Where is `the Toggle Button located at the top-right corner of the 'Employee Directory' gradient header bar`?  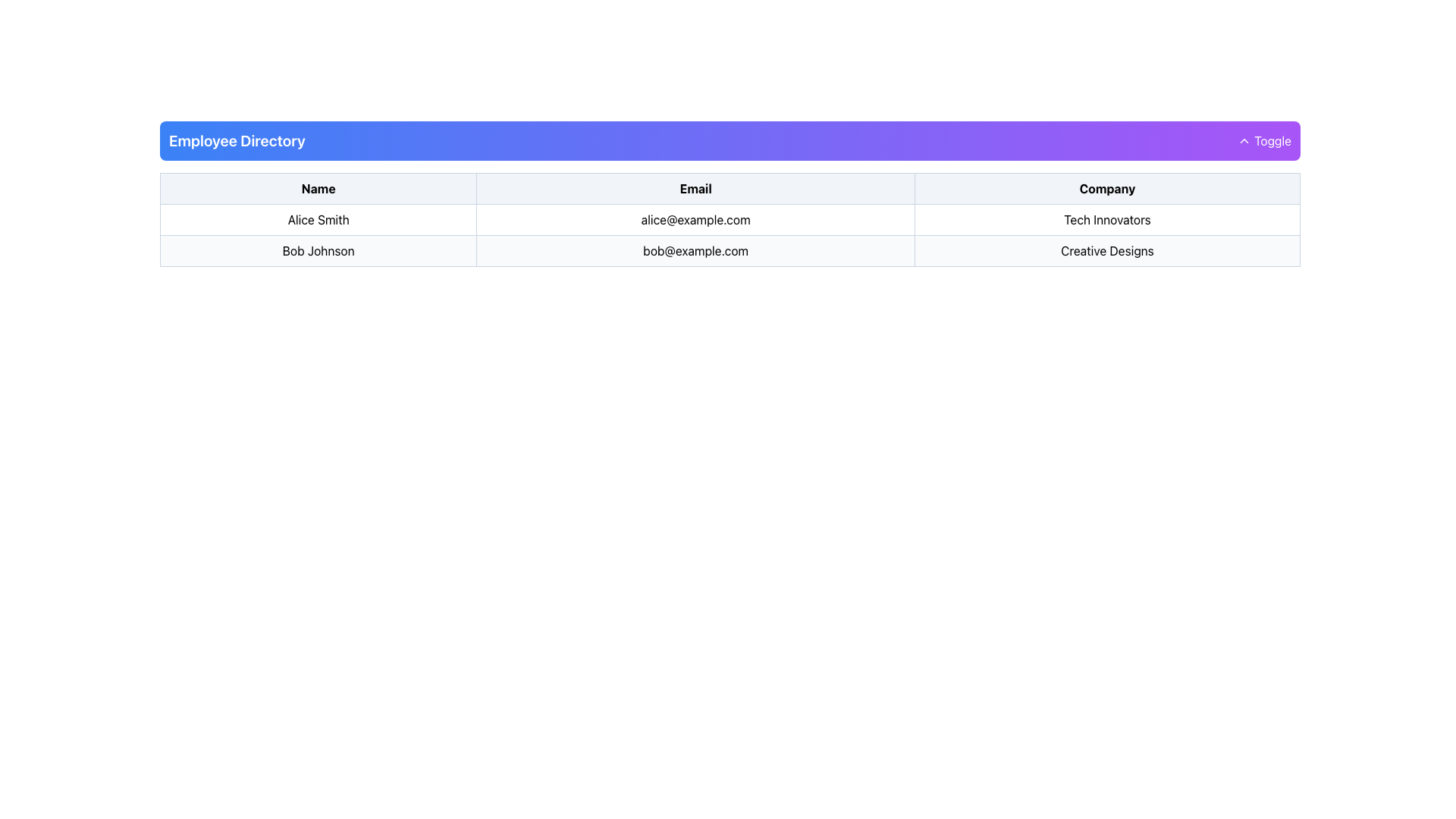 the Toggle Button located at the top-right corner of the 'Employee Directory' gradient header bar is located at coordinates (1264, 140).